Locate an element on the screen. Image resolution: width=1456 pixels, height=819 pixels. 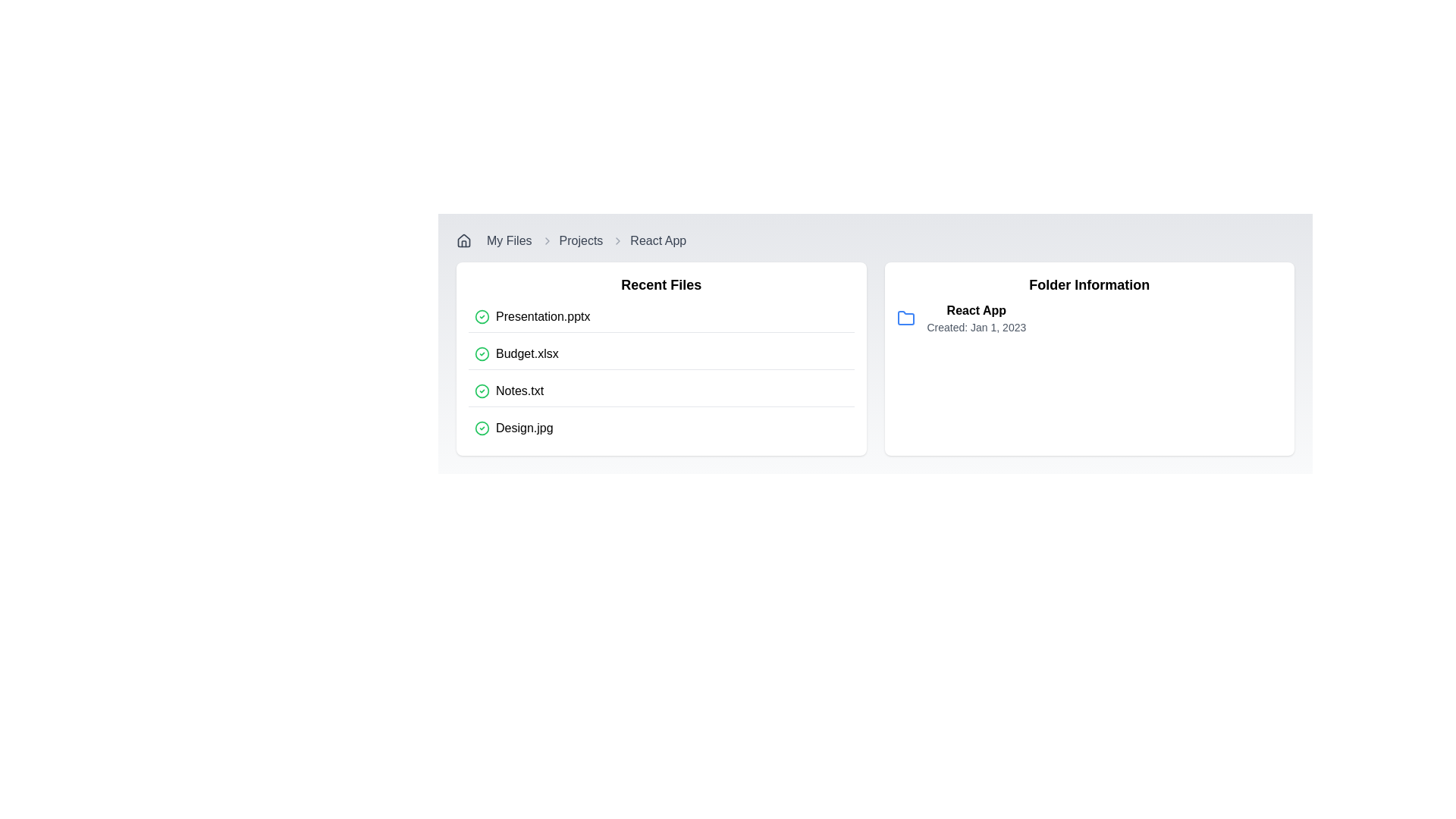
the 'home' icon located in the top-left area of the interface, part of the navigation trail labeled 'My Files > Projects > React App' is located at coordinates (463, 239).